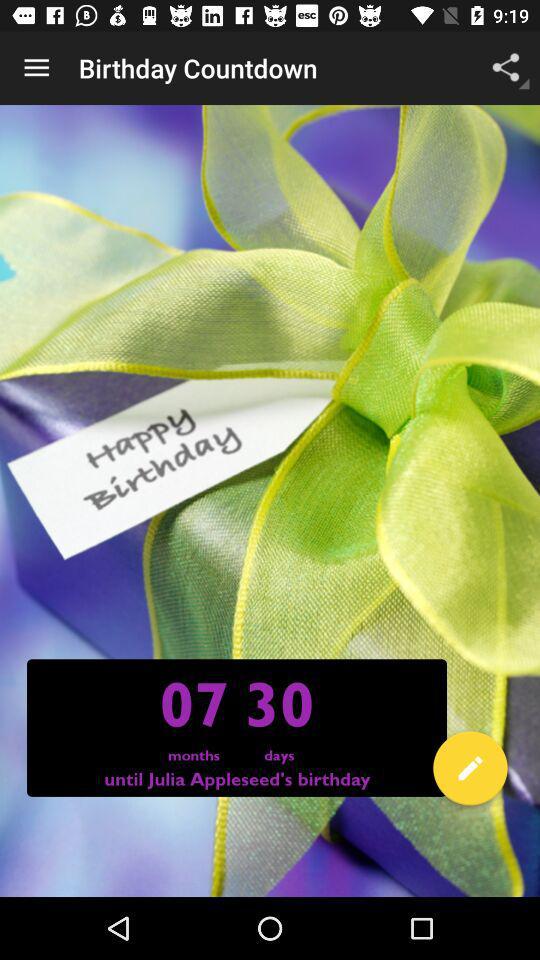 This screenshot has height=960, width=540. What do you see at coordinates (470, 771) in the screenshot?
I see `the edit icon` at bounding box center [470, 771].